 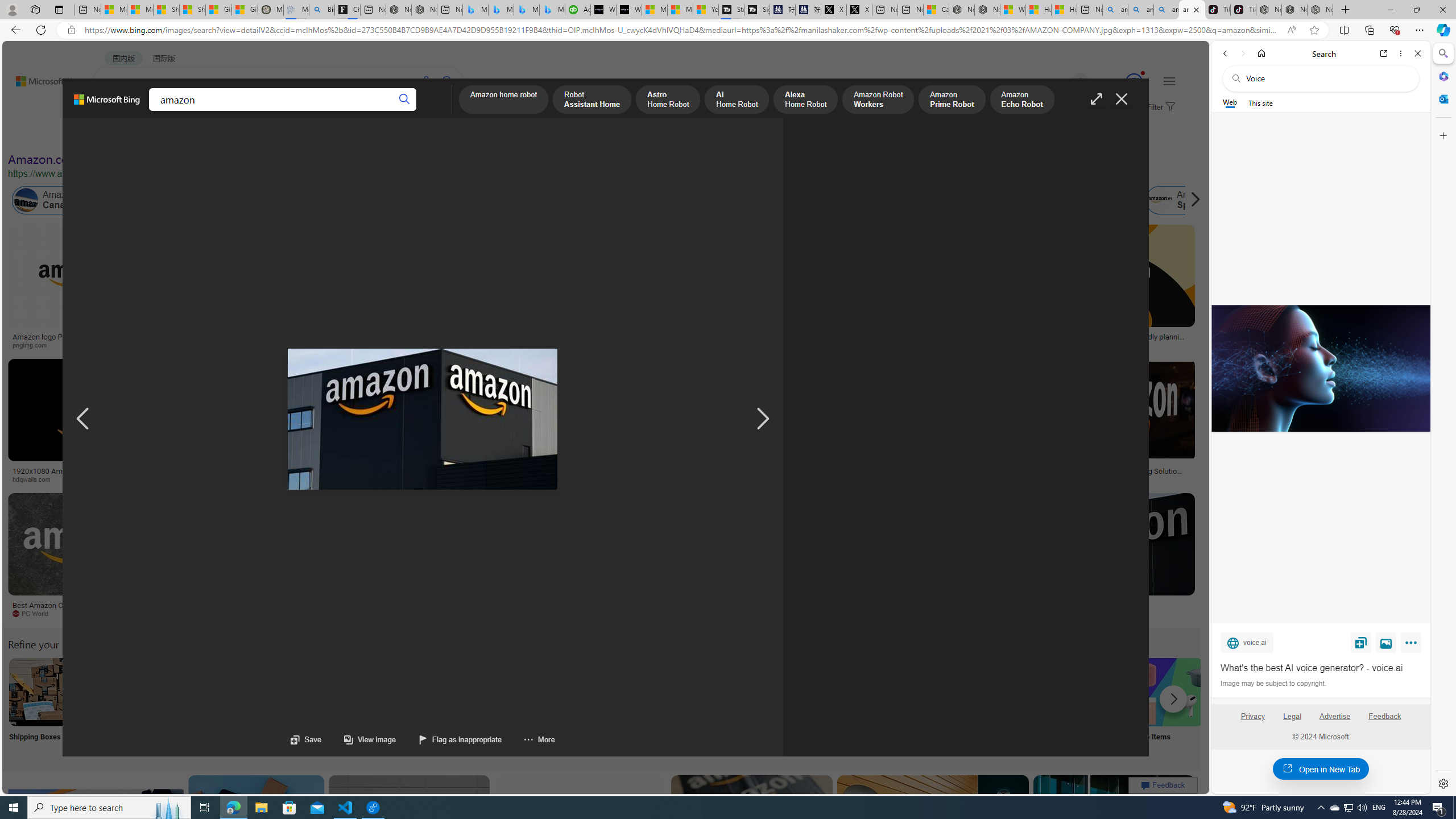 I want to click on 'Settings and more (Alt+F)', so click(x=1419, y=29).